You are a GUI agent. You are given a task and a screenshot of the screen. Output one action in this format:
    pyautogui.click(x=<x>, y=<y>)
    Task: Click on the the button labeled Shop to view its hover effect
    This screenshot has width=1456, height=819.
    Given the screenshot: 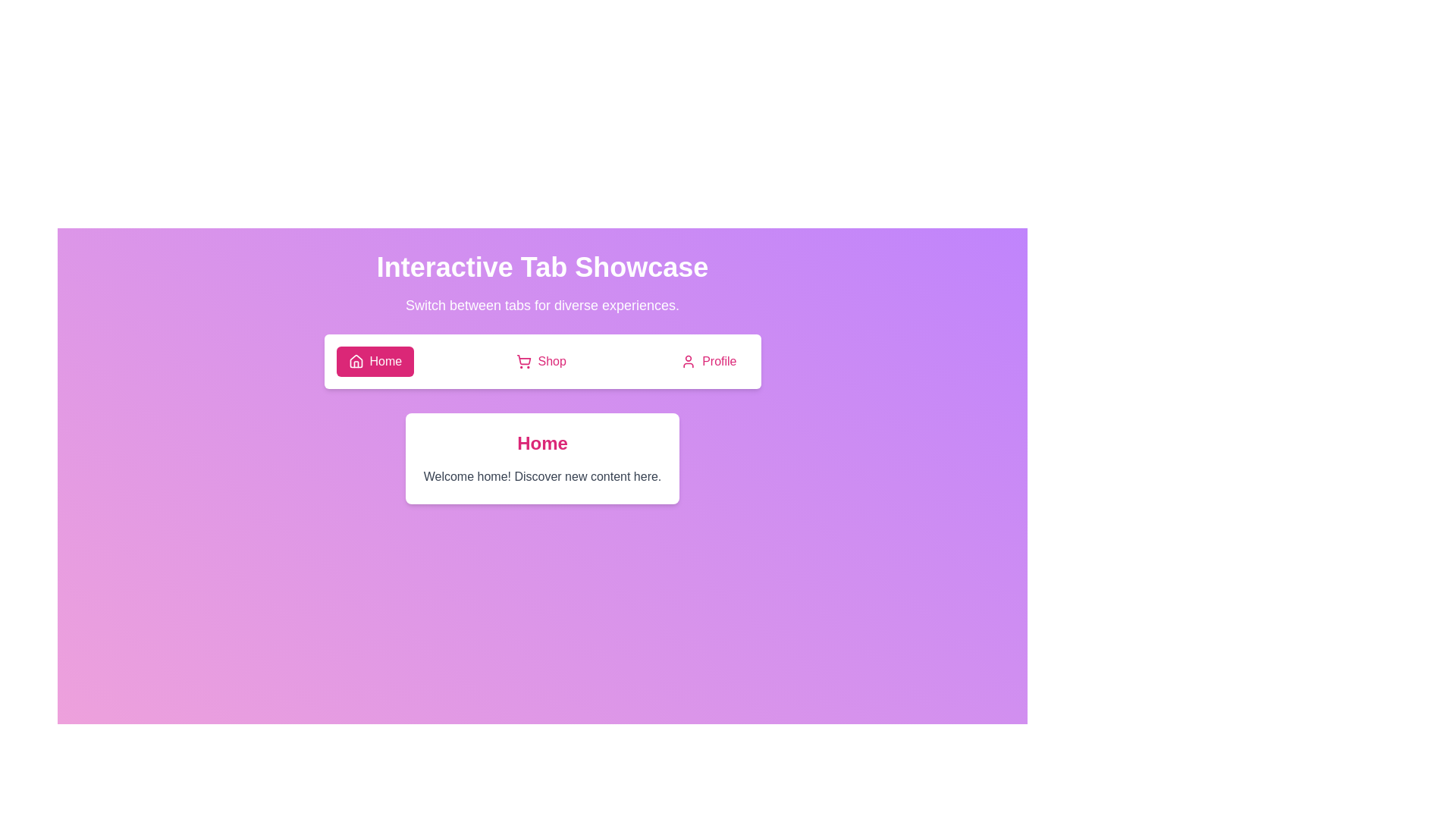 What is the action you would take?
    pyautogui.click(x=541, y=362)
    